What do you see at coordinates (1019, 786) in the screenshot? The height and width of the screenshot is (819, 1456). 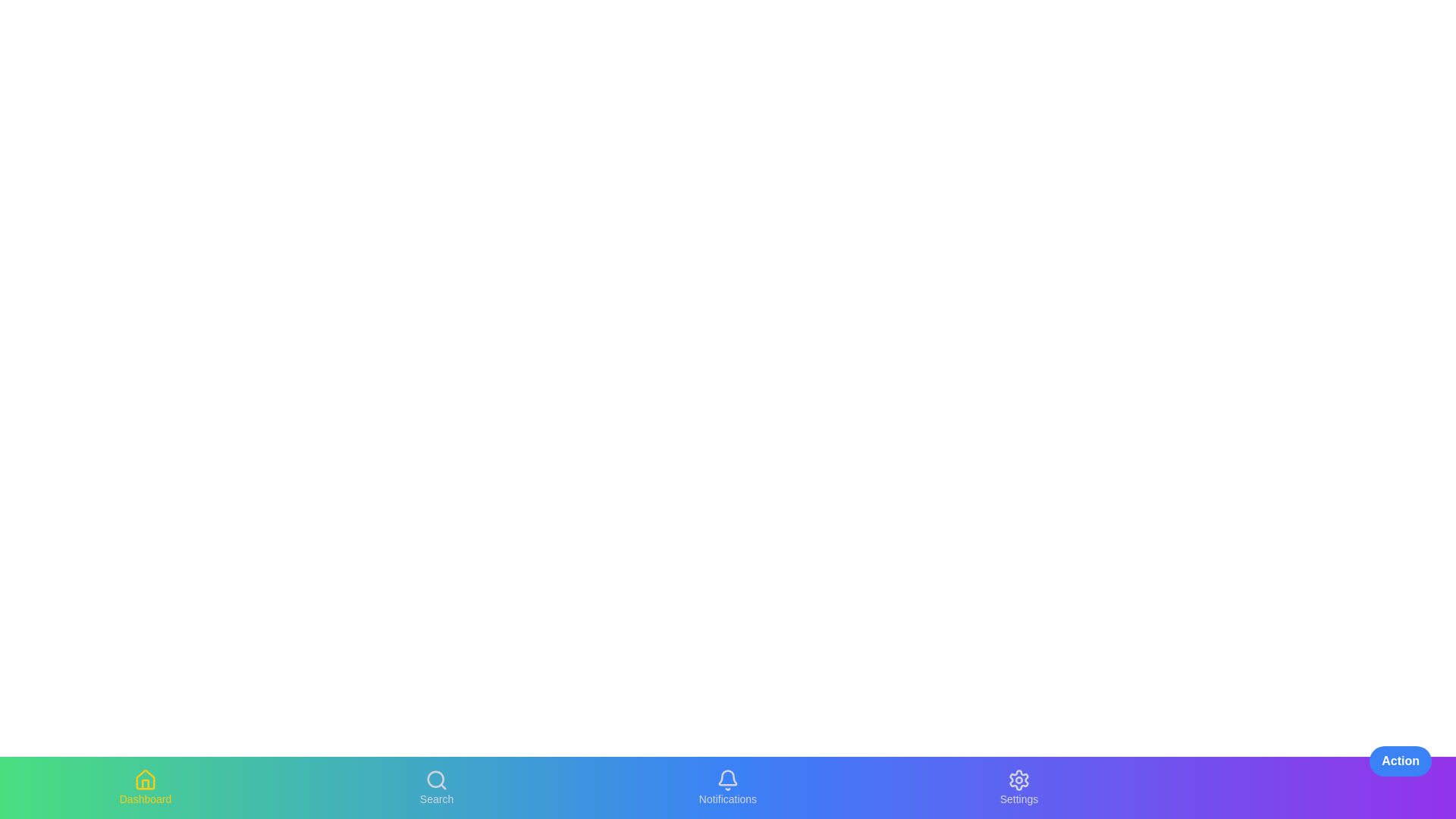 I see `the navigation item labeled Settings from the bottom bar` at bounding box center [1019, 786].